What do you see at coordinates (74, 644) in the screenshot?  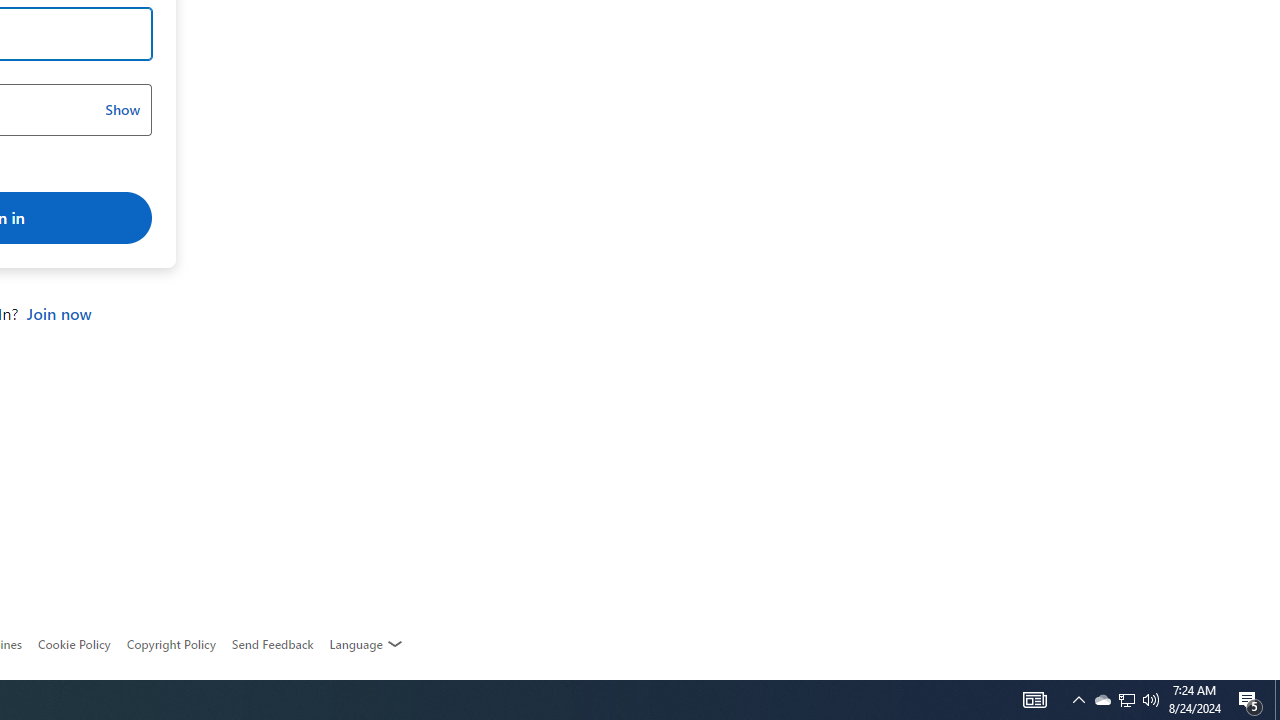 I see `'Cookie Policy'` at bounding box center [74, 644].